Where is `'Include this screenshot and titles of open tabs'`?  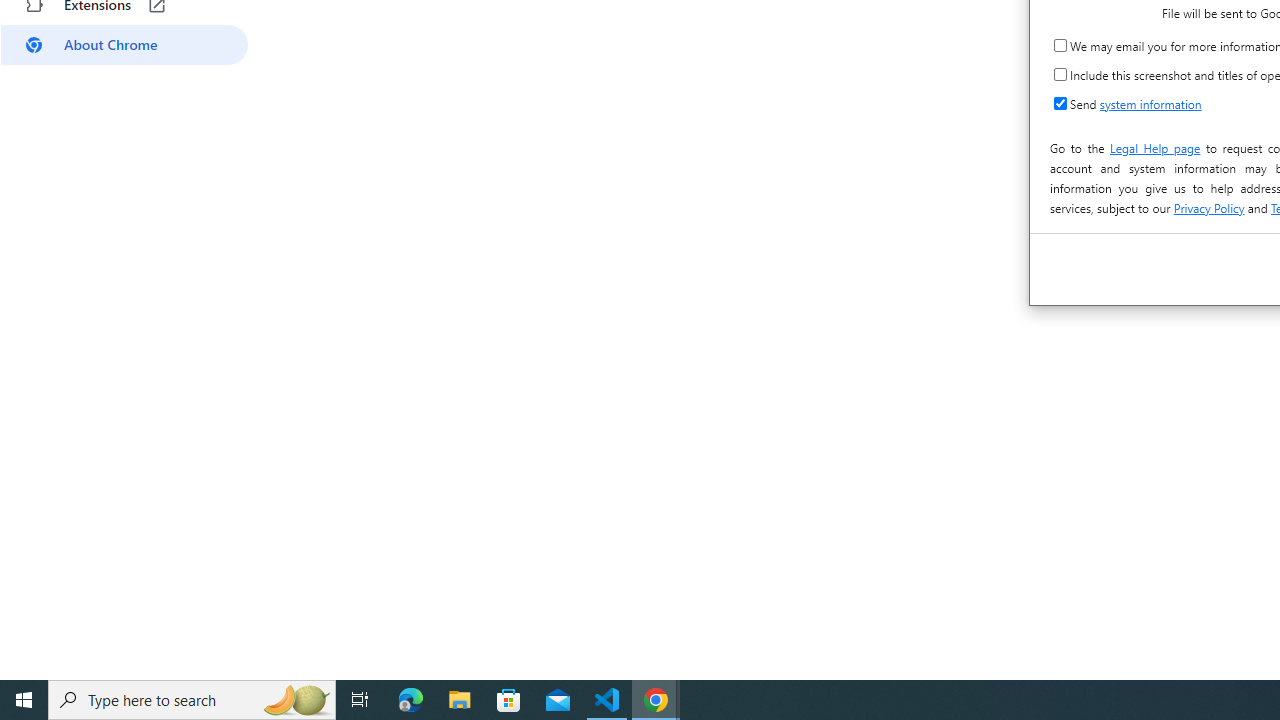
'Include this screenshot and titles of open tabs' is located at coordinates (1059, 73).